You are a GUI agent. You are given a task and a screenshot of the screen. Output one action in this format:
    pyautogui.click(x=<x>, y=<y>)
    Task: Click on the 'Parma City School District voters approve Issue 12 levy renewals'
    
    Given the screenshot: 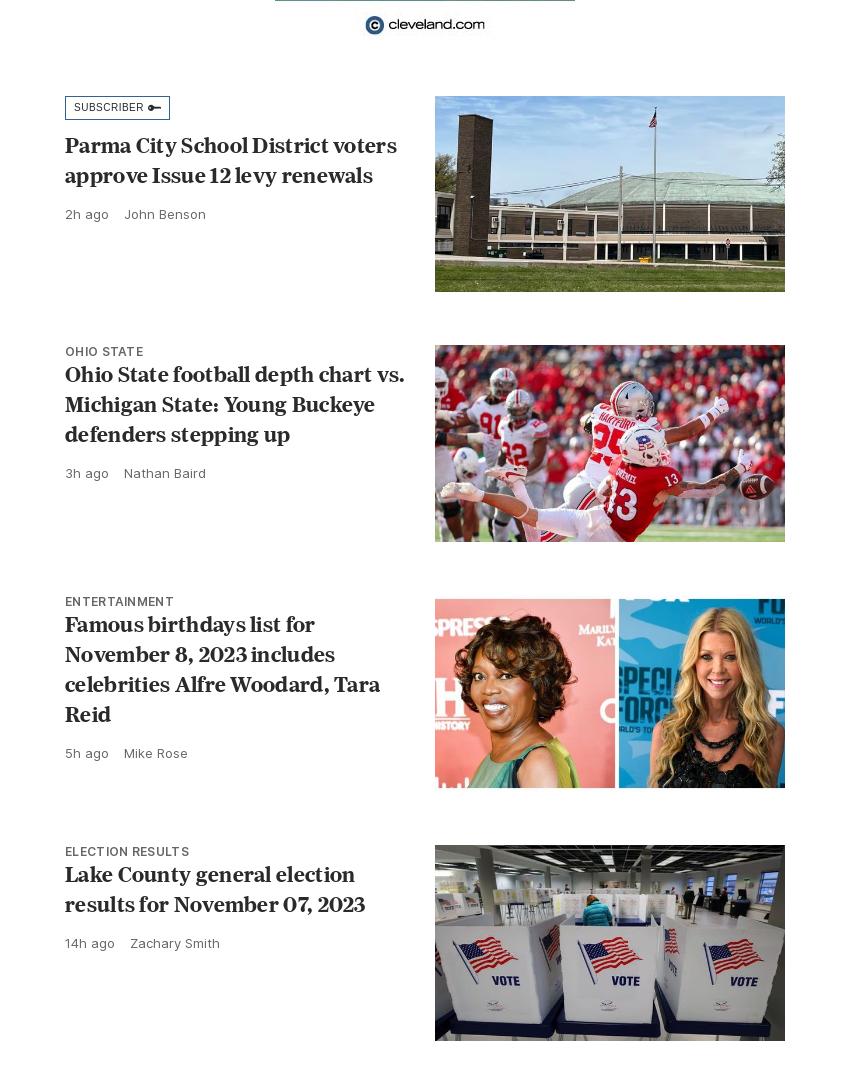 What is the action you would take?
    pyautogui.click(x=230, y=158)
    